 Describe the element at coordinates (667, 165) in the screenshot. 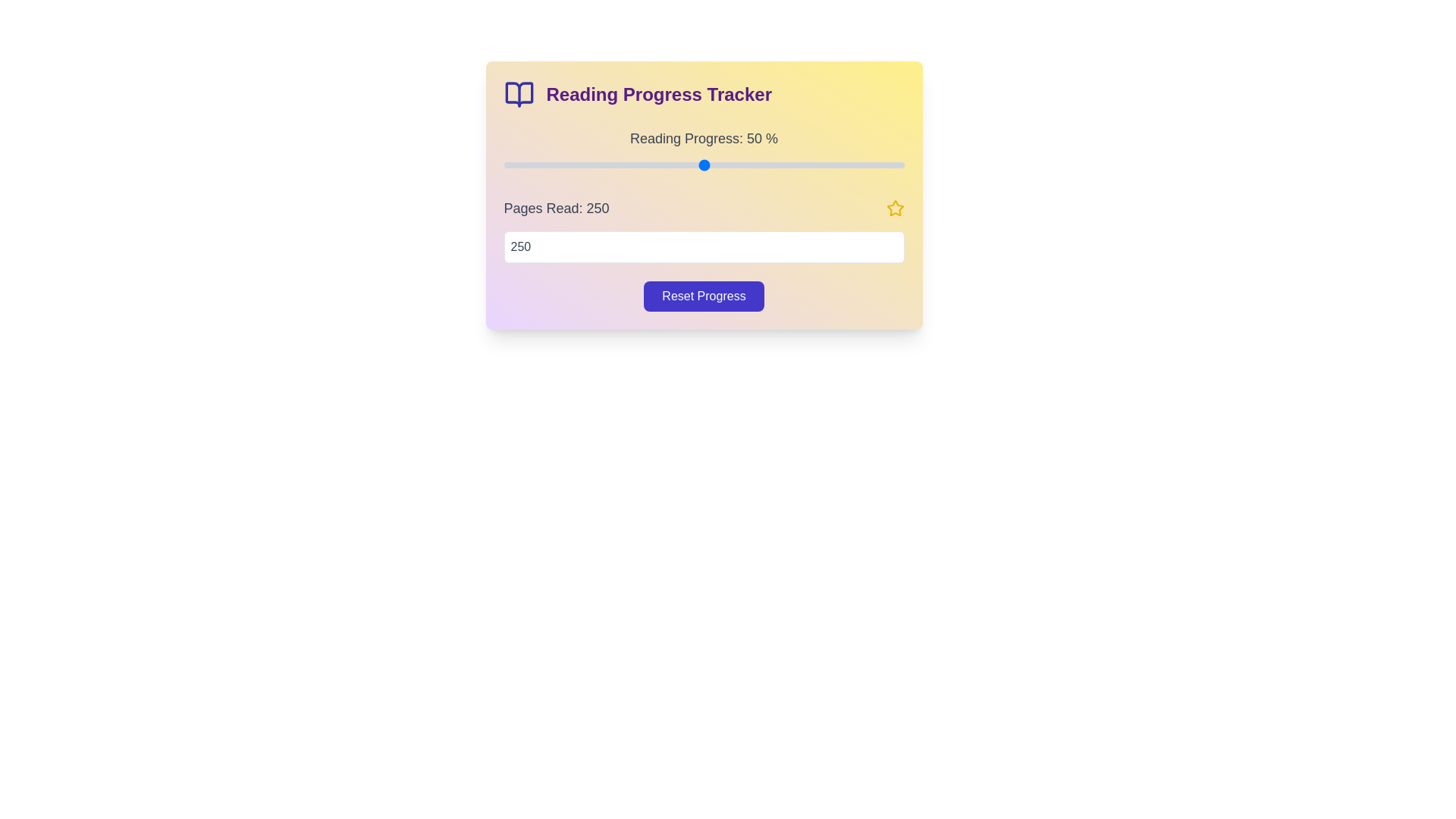

I see `the reading progress to 41% by adjusting the slider` at that location.